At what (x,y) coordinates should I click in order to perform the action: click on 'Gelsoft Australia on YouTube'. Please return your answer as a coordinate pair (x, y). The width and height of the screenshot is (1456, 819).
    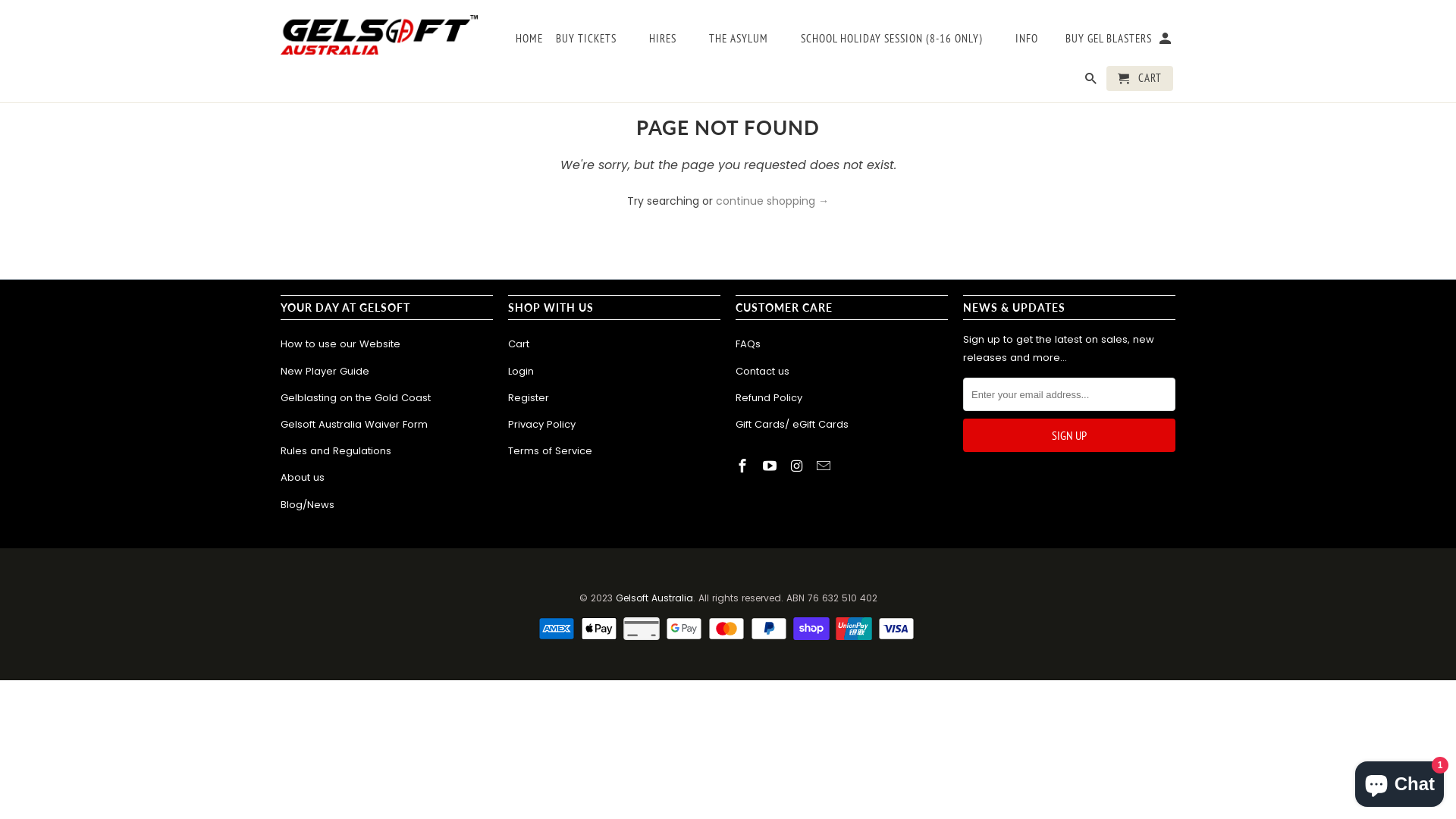
    Looking at the image, I should click on (771, 465).